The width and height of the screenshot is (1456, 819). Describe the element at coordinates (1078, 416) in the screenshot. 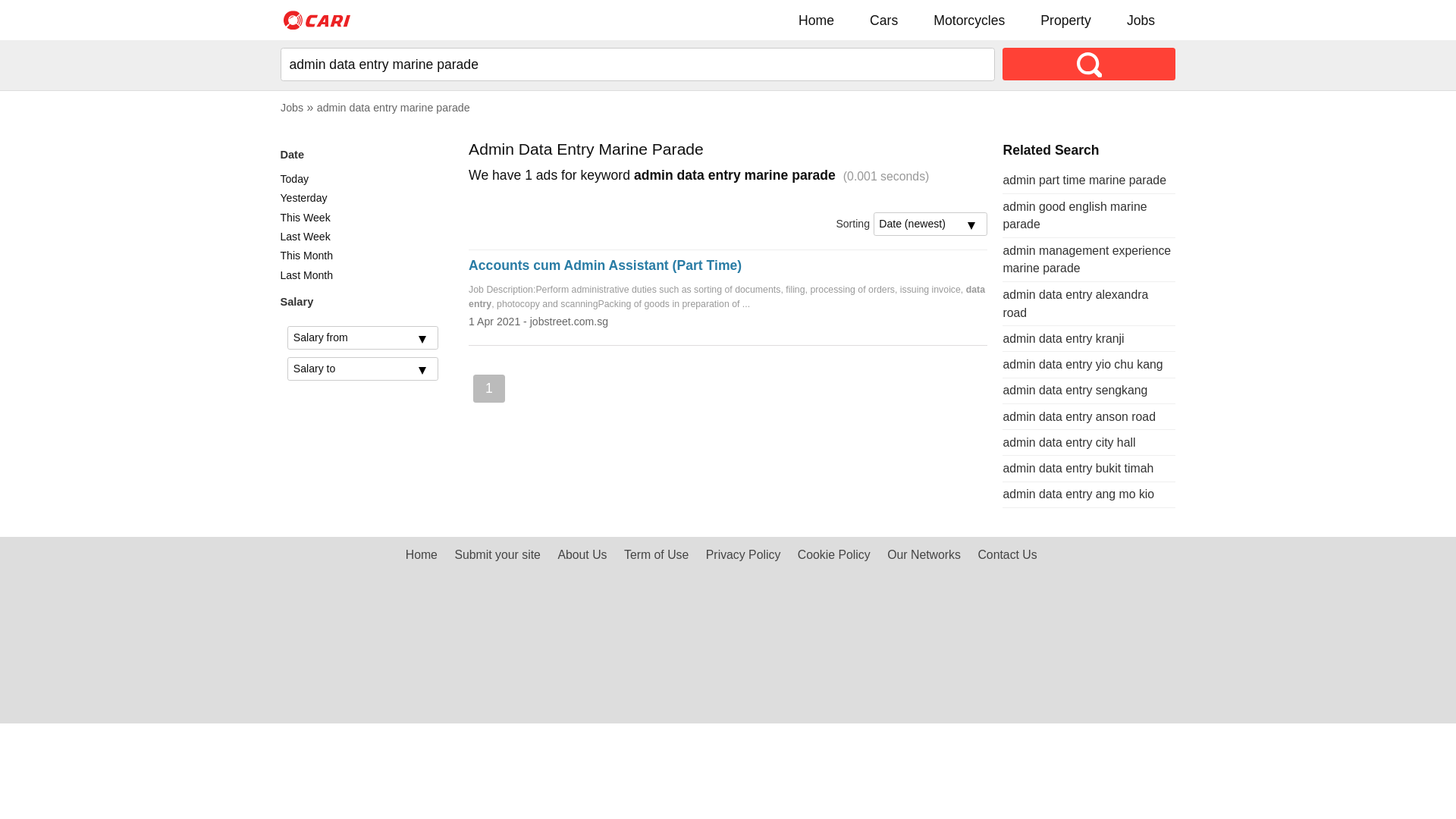

I see `'admin data entry anson road'` at that location.